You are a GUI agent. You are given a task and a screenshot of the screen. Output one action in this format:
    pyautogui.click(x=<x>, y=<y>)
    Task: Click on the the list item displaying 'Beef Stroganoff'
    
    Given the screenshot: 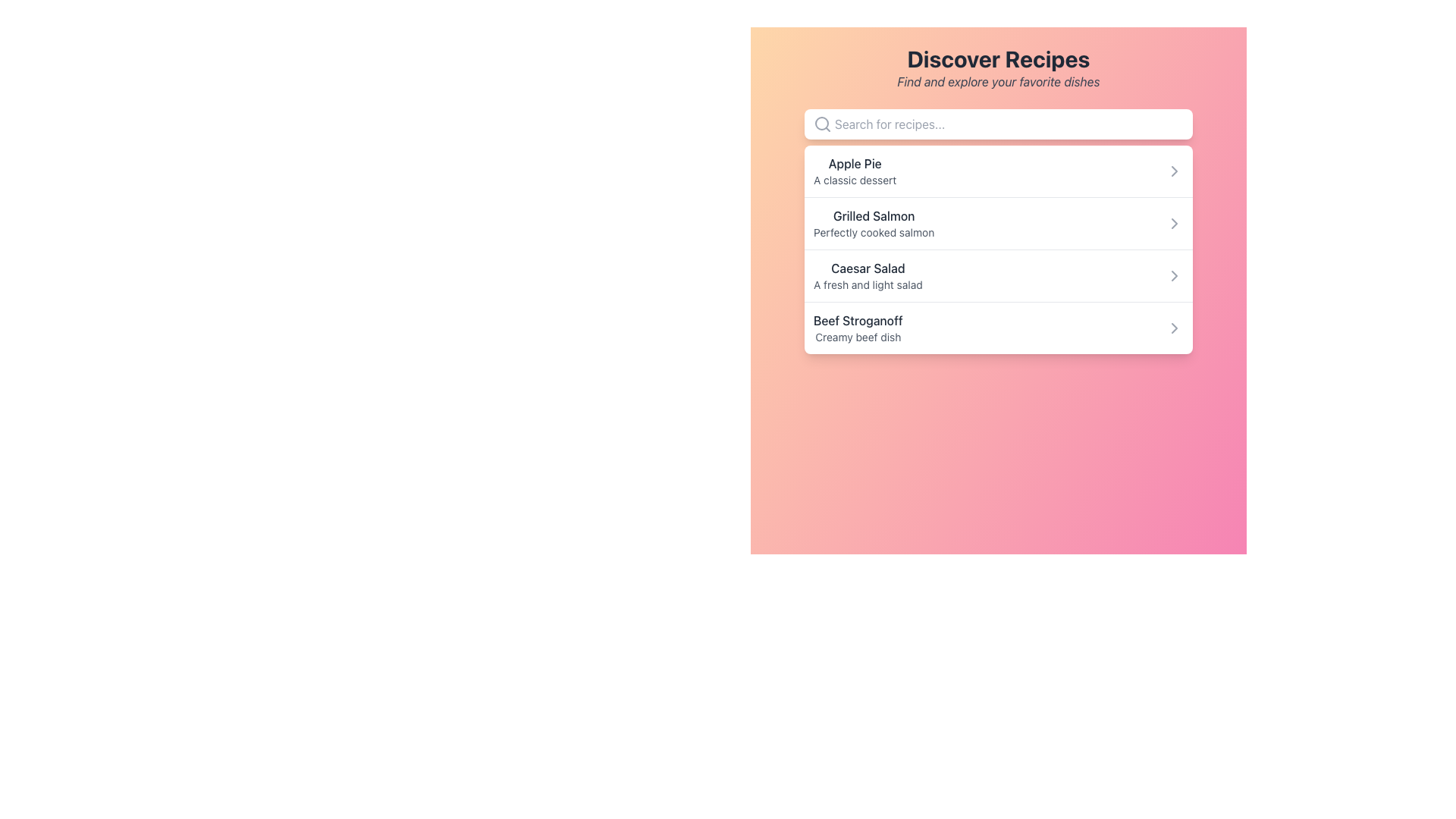 What is the action you would take?
    pyautogui.click(x=858, y=327)
    